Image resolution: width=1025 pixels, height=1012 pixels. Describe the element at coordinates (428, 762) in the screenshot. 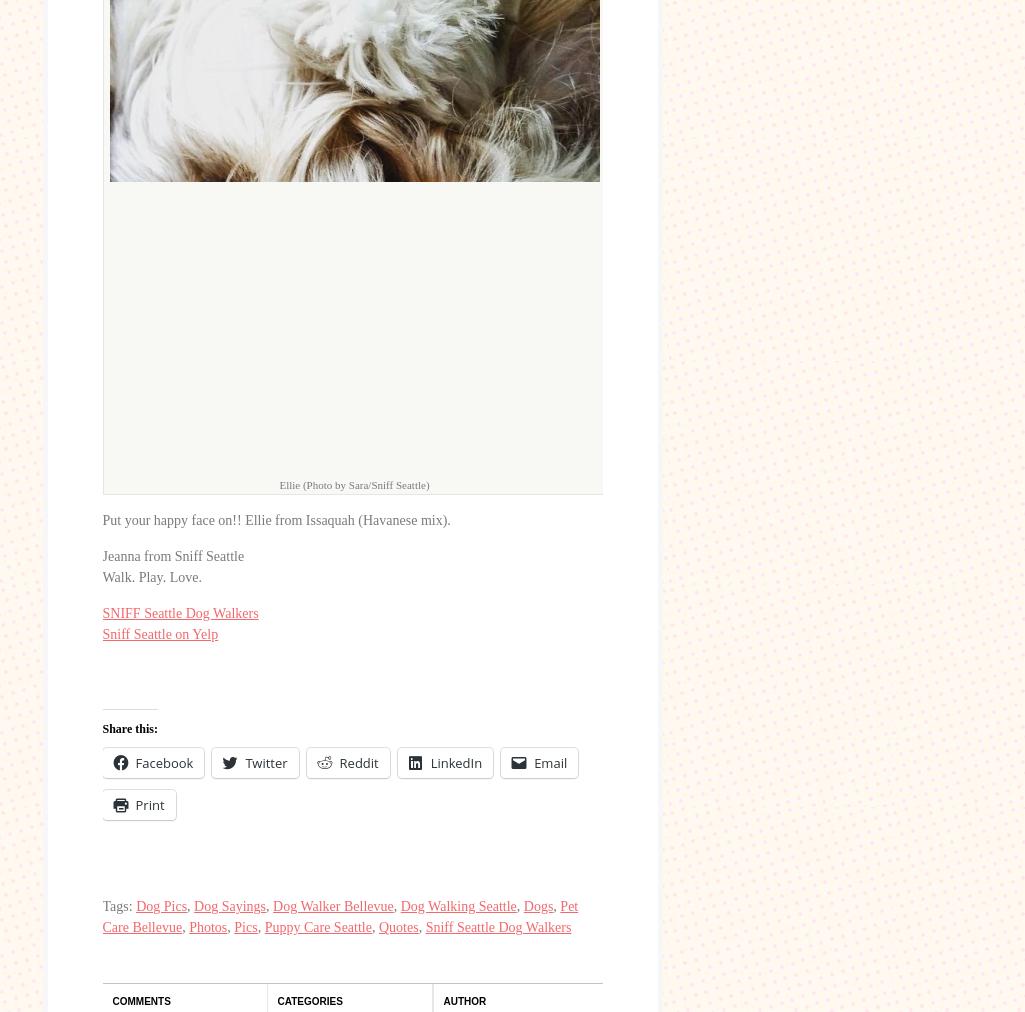

I see `'LinkedIn'` at that location.